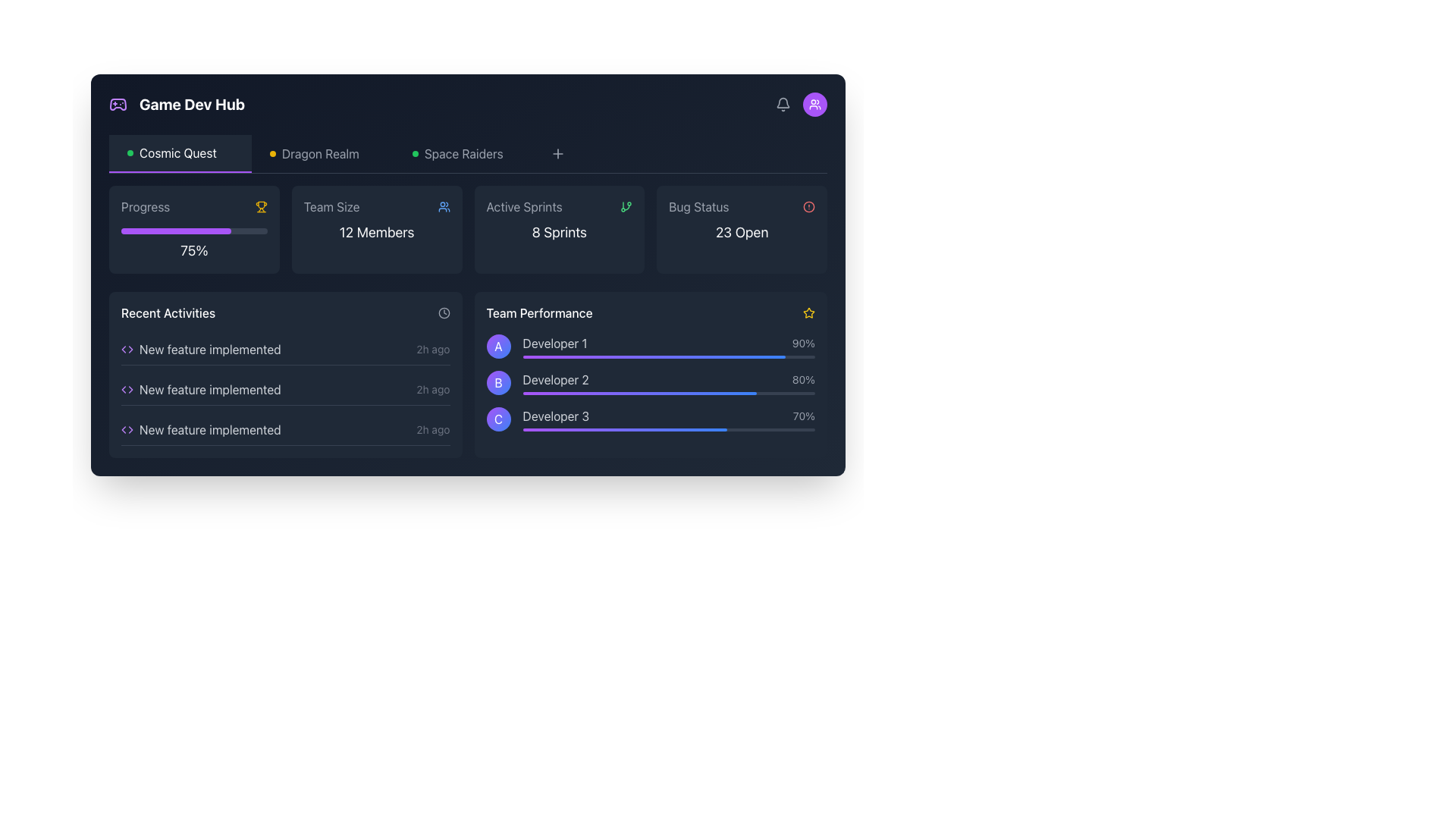 Image resolution: width=1456 pixels, height=819 pixels. Describe the element at coordinates (209, 350) in the screenshot. I see `text label indicating an activity related to a new feature implementation, which is the first item in the 'Recent Activities' section, located to the right of a small purple icon resembling code brackets` at that location.